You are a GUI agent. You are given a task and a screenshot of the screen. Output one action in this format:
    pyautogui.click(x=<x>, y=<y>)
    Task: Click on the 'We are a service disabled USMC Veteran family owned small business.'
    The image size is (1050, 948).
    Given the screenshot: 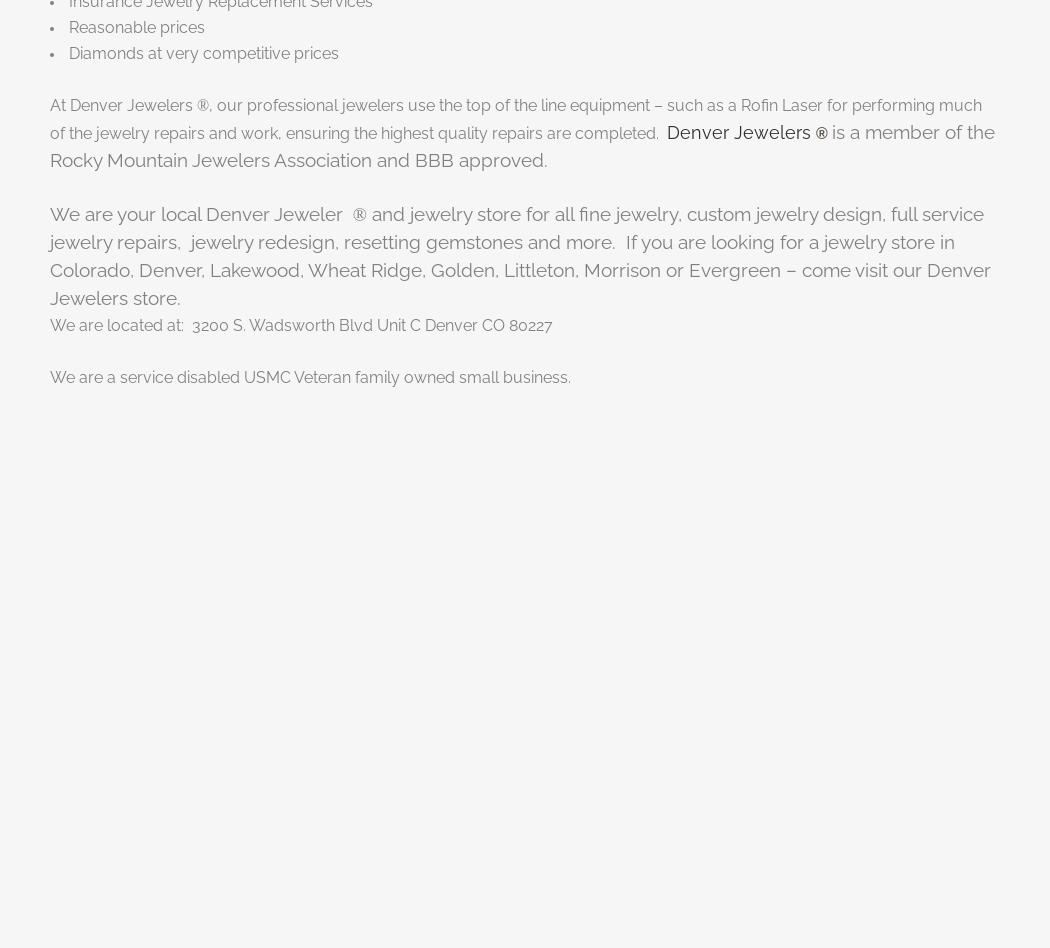 What is the action you would take?
    pyautogui.click(x=310, y=375)
    